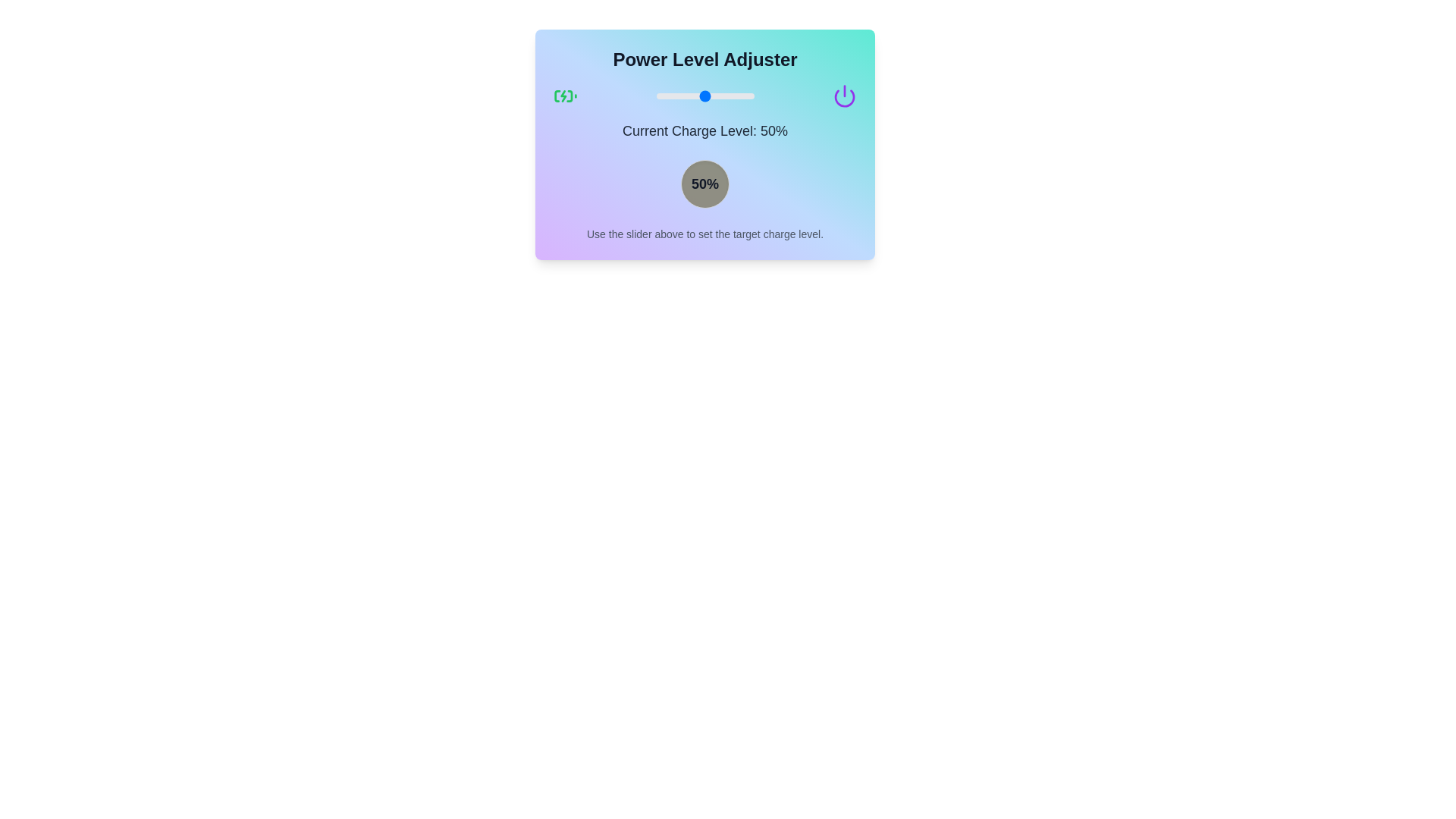 The image size is (1456, 819). What do you see at coordinates (564, 96) in the screenshot?
I see `the green charging battery icon located in the top-left section of the 'Power Level Adjuster' card` at bounding box center [564, 96].